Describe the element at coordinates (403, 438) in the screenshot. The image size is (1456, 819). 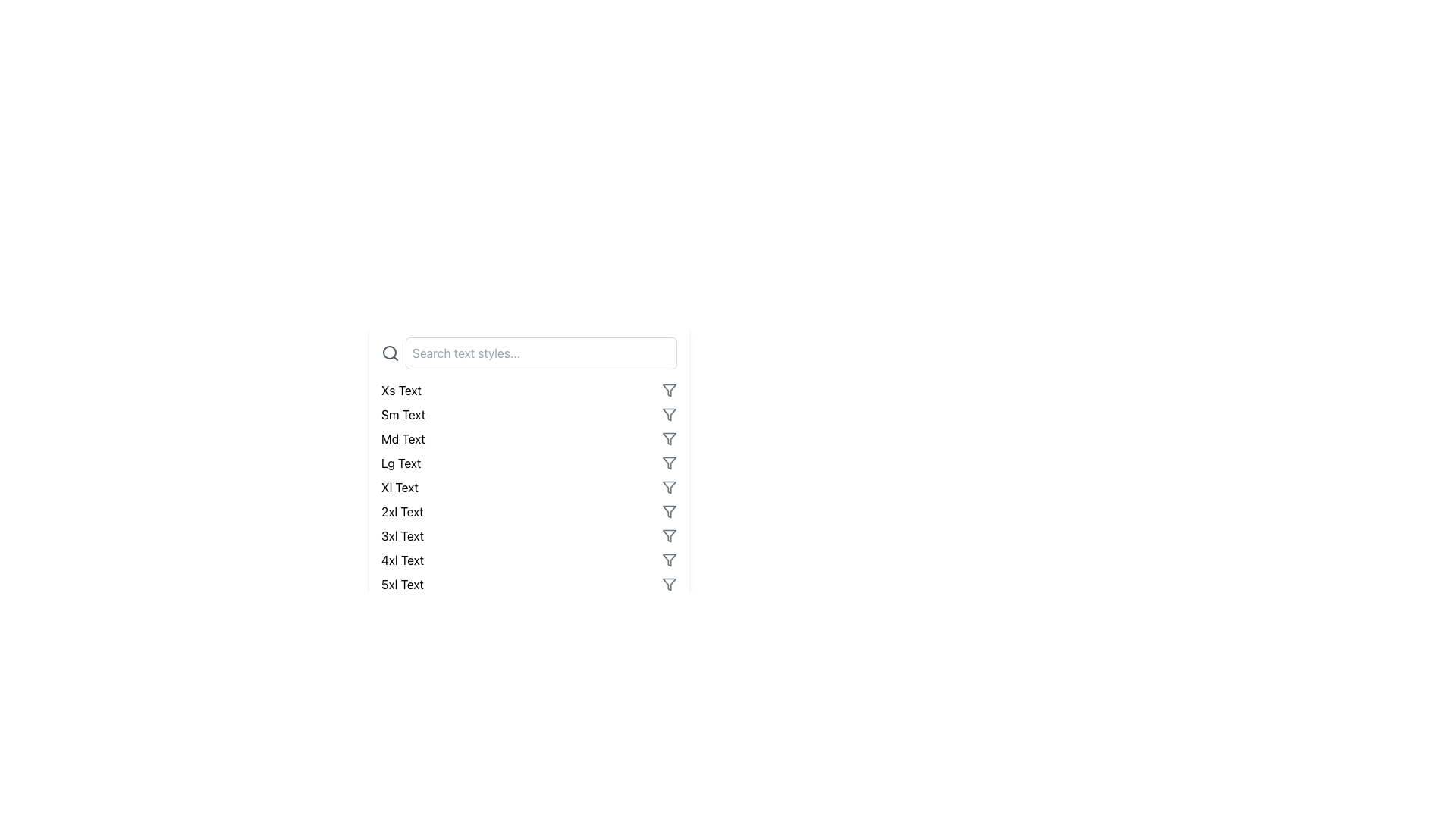
I see `the text label displaying 'Md Text' by moving the cursor to its center for emphasis` at that location.